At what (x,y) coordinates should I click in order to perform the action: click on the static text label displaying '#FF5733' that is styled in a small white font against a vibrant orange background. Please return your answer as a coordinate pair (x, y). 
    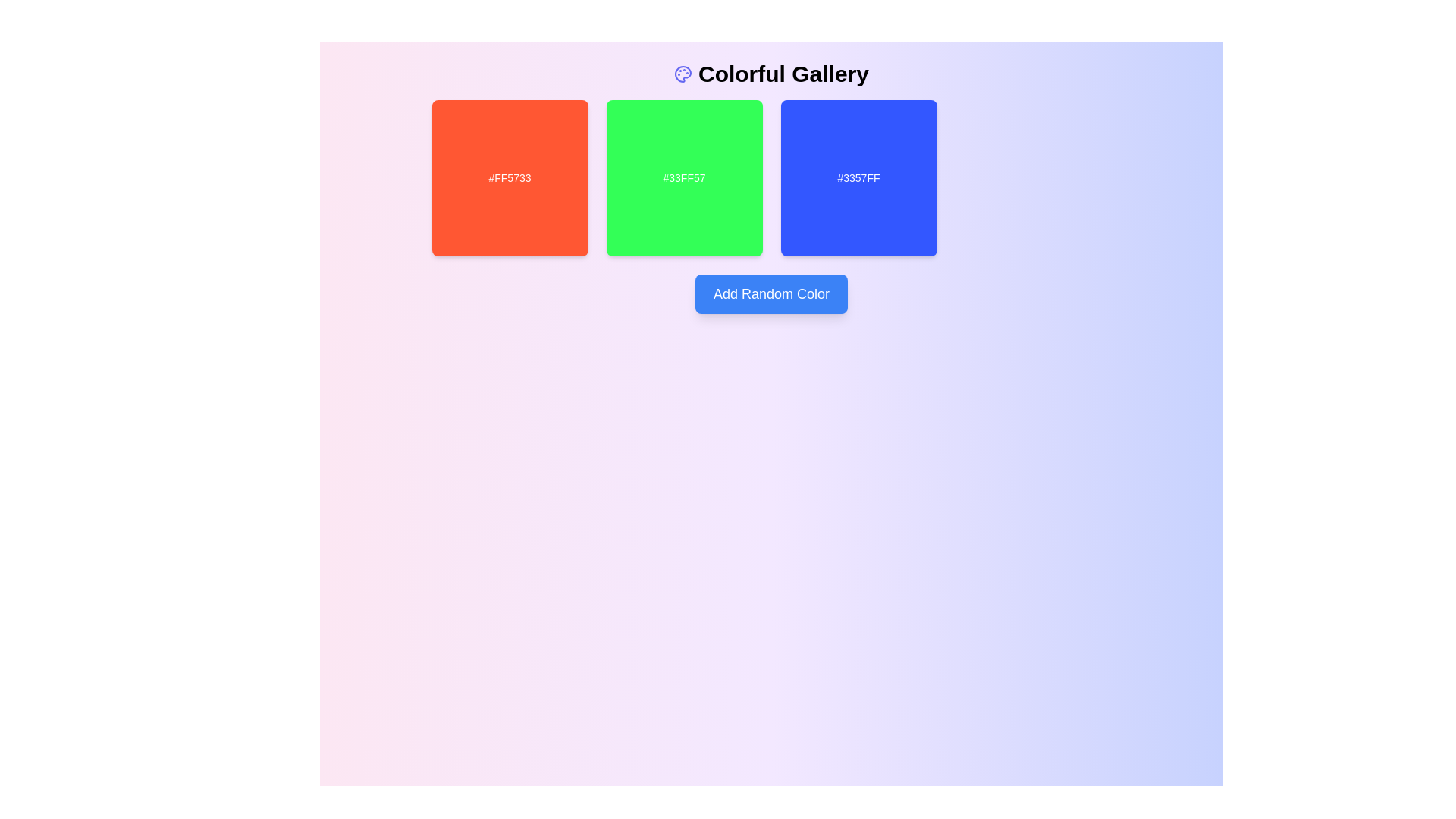
    Looking at the image, I should click on (510, 177).